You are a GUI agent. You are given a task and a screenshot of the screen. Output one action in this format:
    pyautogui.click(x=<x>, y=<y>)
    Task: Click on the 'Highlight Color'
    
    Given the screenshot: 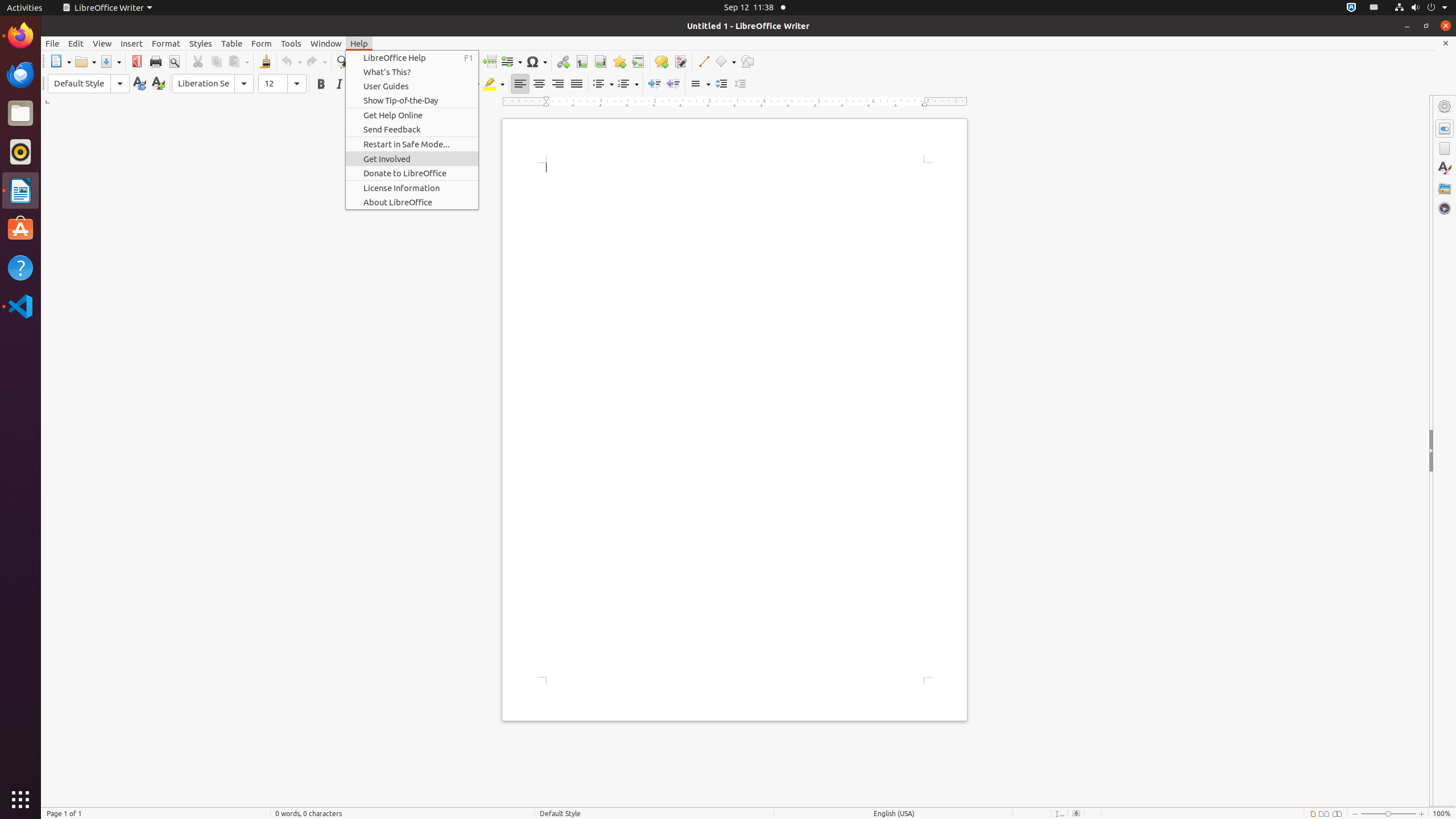 What is the action you would take?
    pyautogui.click(x=494, y=83)
    